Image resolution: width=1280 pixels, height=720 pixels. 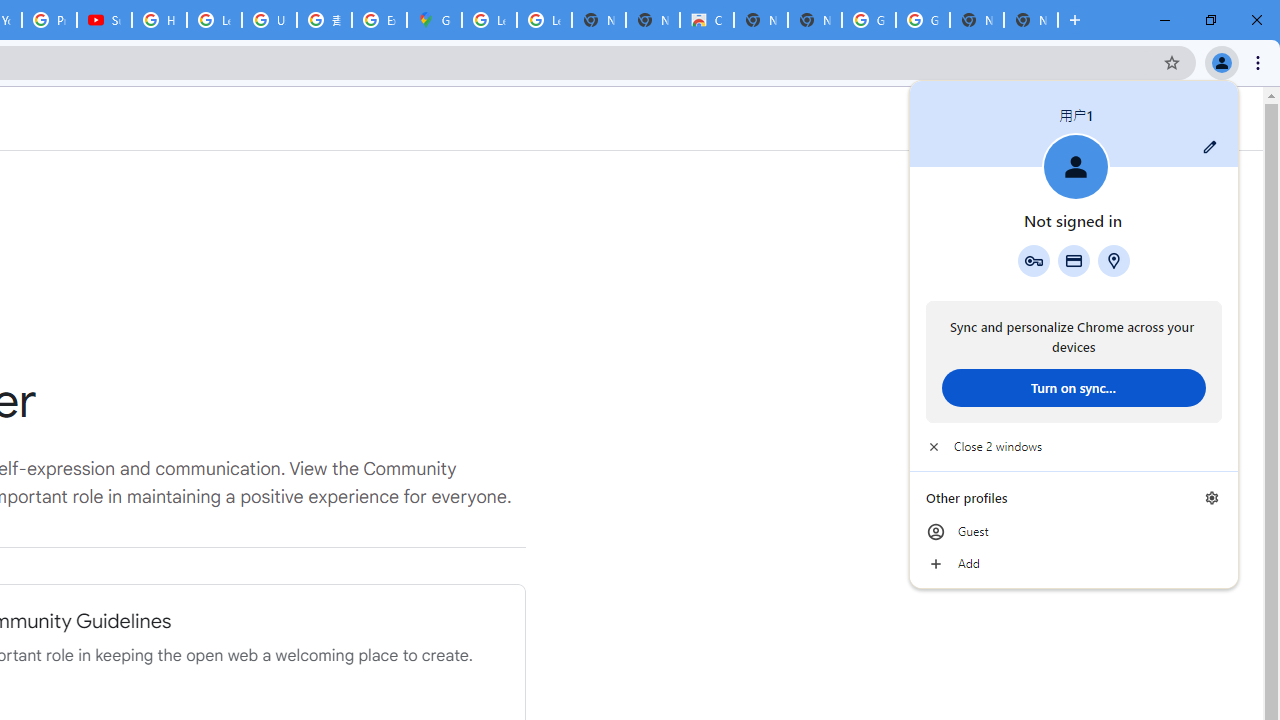 What do you see at coordinates (158, 20) in the screenshot?
I see `'How Chrome protects your passwords - Google Chrome Help'` at bounding box center [158, 20].